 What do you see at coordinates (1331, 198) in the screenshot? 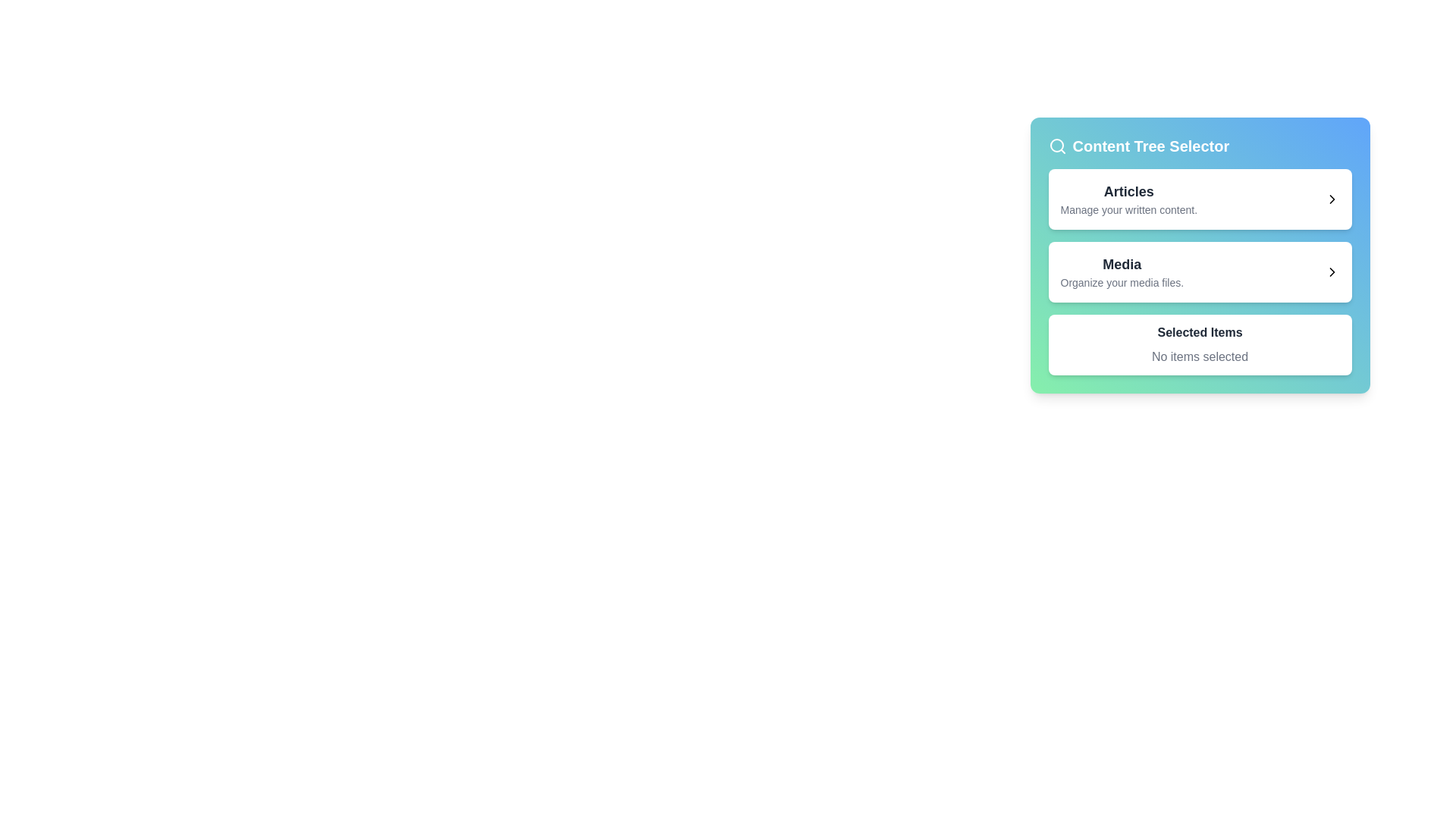
I see `the right-facing chevron icon in the 'Articles' section of the 'Content Tree Selector' widget` at bounding box center [1331, 198].